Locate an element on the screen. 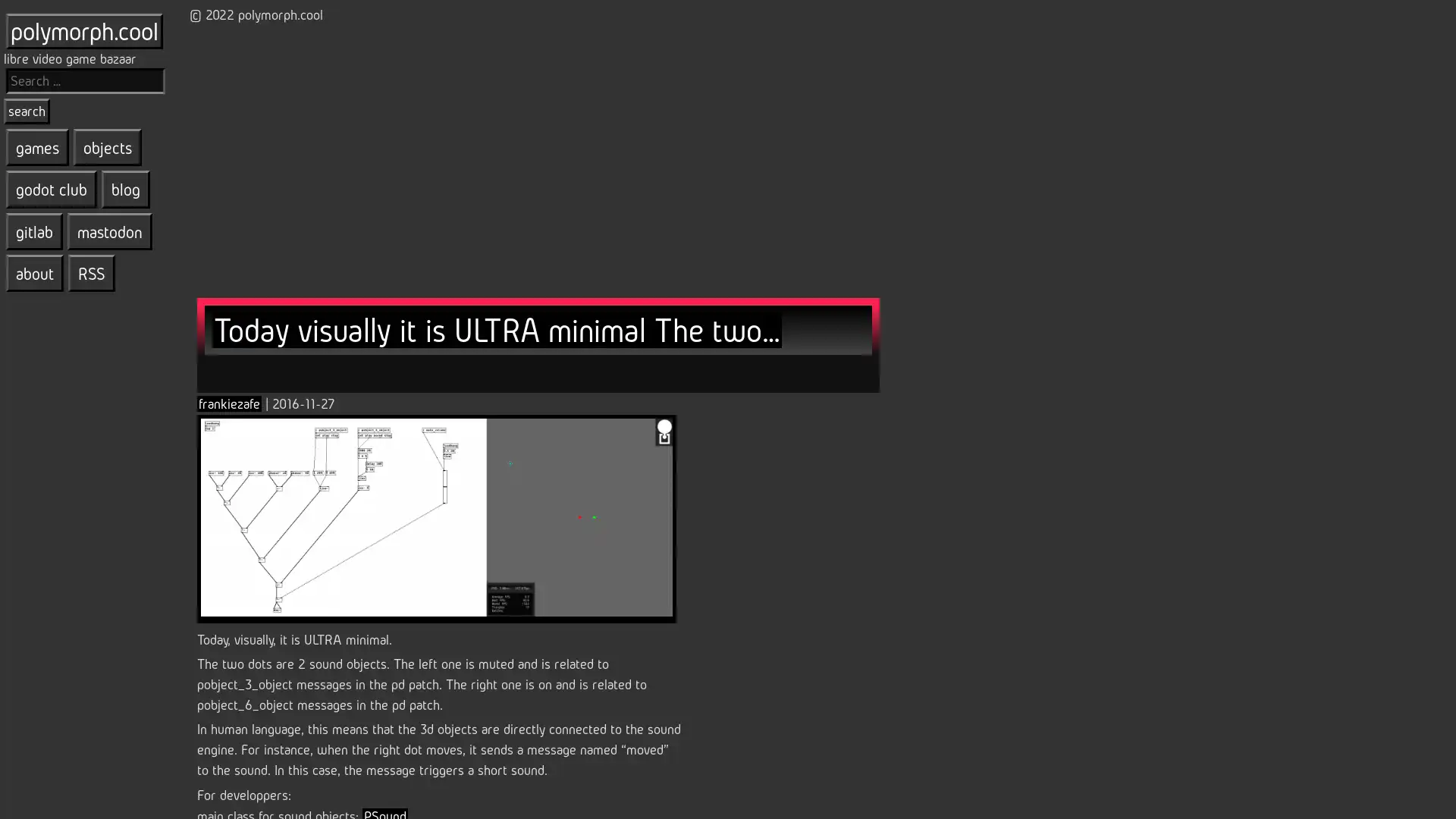  Search is located at coordinates (27, 110).